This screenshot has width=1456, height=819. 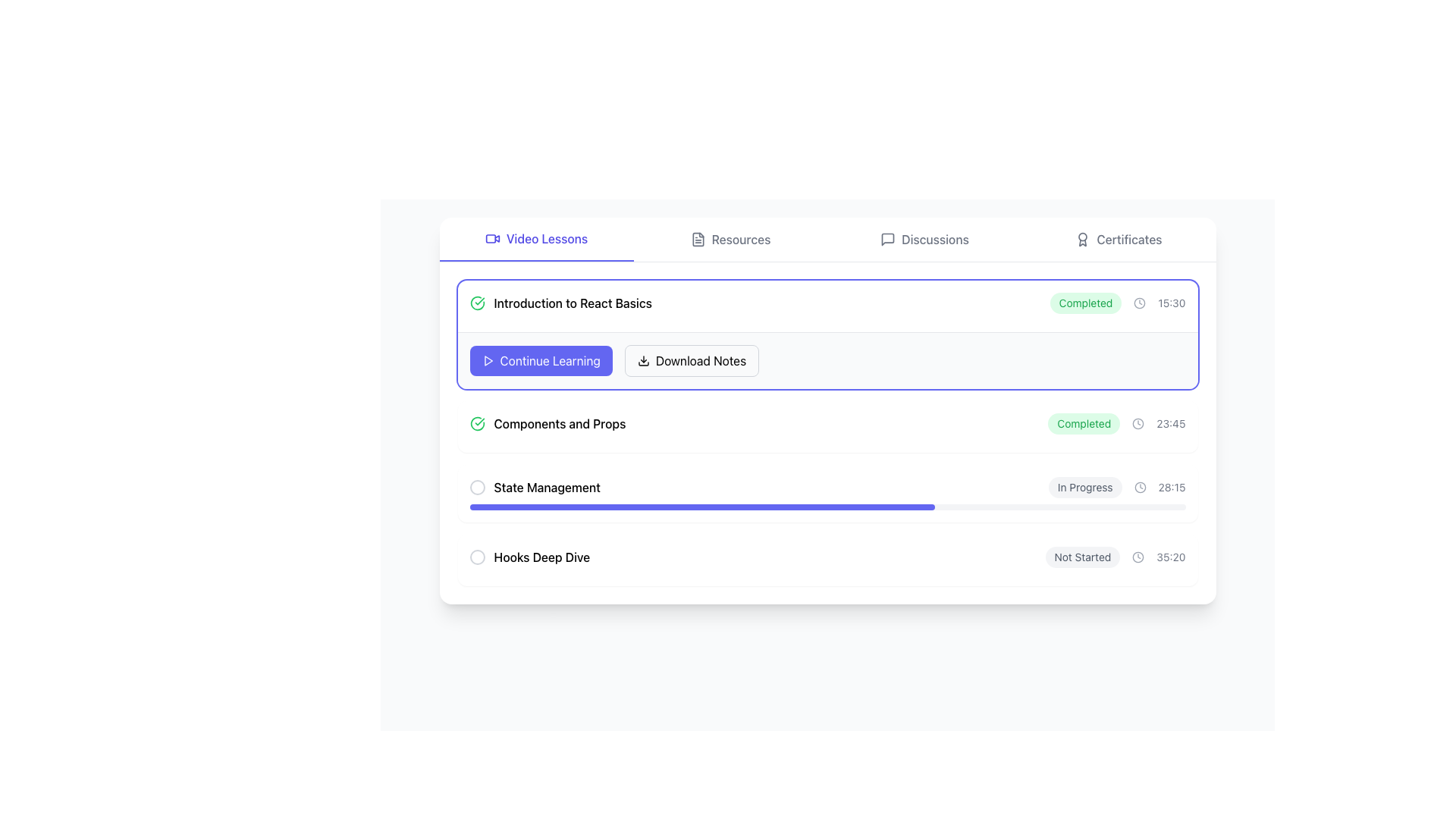 What do you see at coordinates (1129, 239) in the screenshot?
I see `the 'Certificates' text label located in the top-right navigation menu of the interface` at bounding box center [1129, 239].